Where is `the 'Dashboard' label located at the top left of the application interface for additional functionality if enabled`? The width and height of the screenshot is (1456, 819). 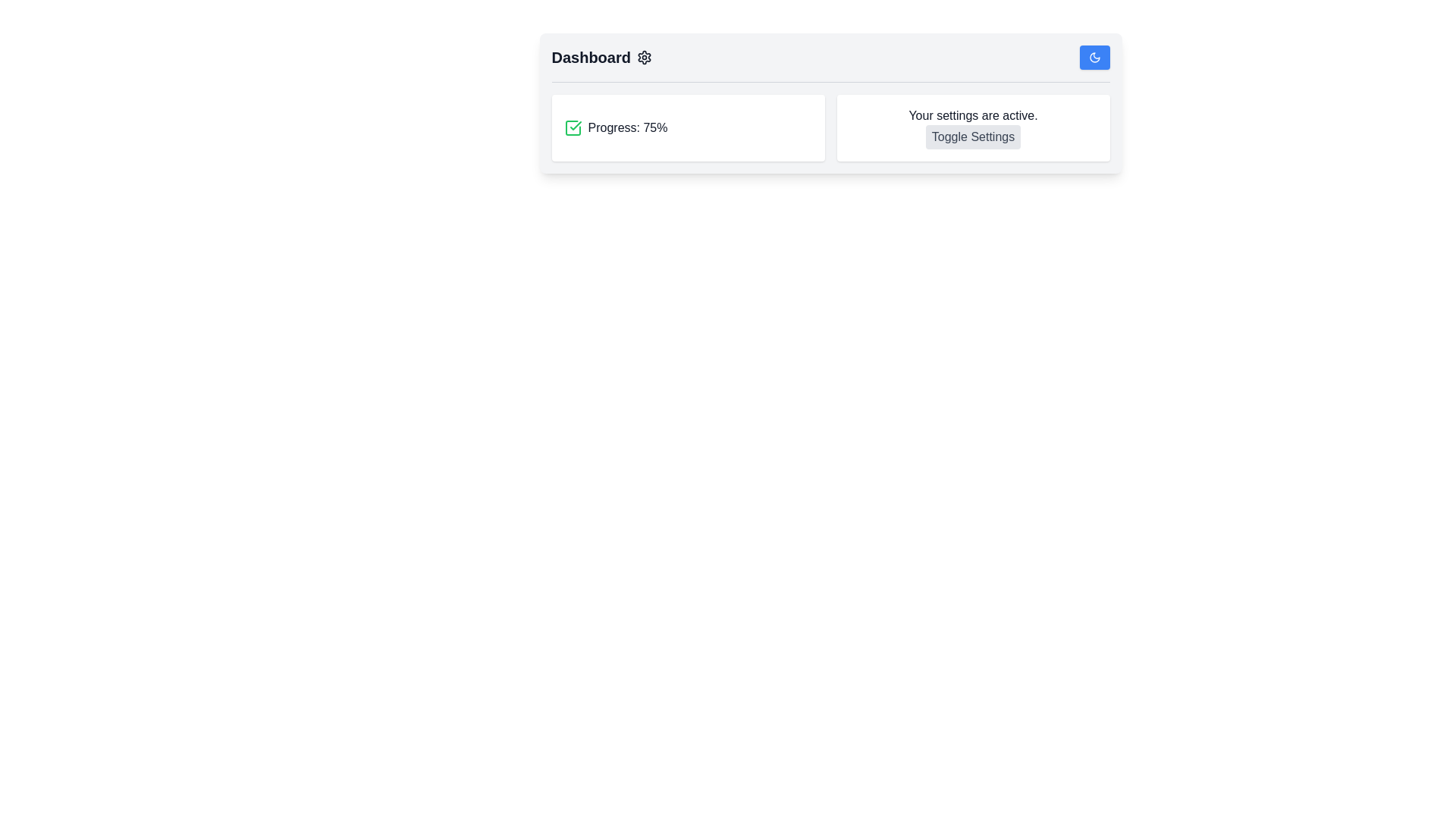 the 'Dashboard' label located at the top left of the application interface for additional functionality if enabled is located at coordinates (601, 57).